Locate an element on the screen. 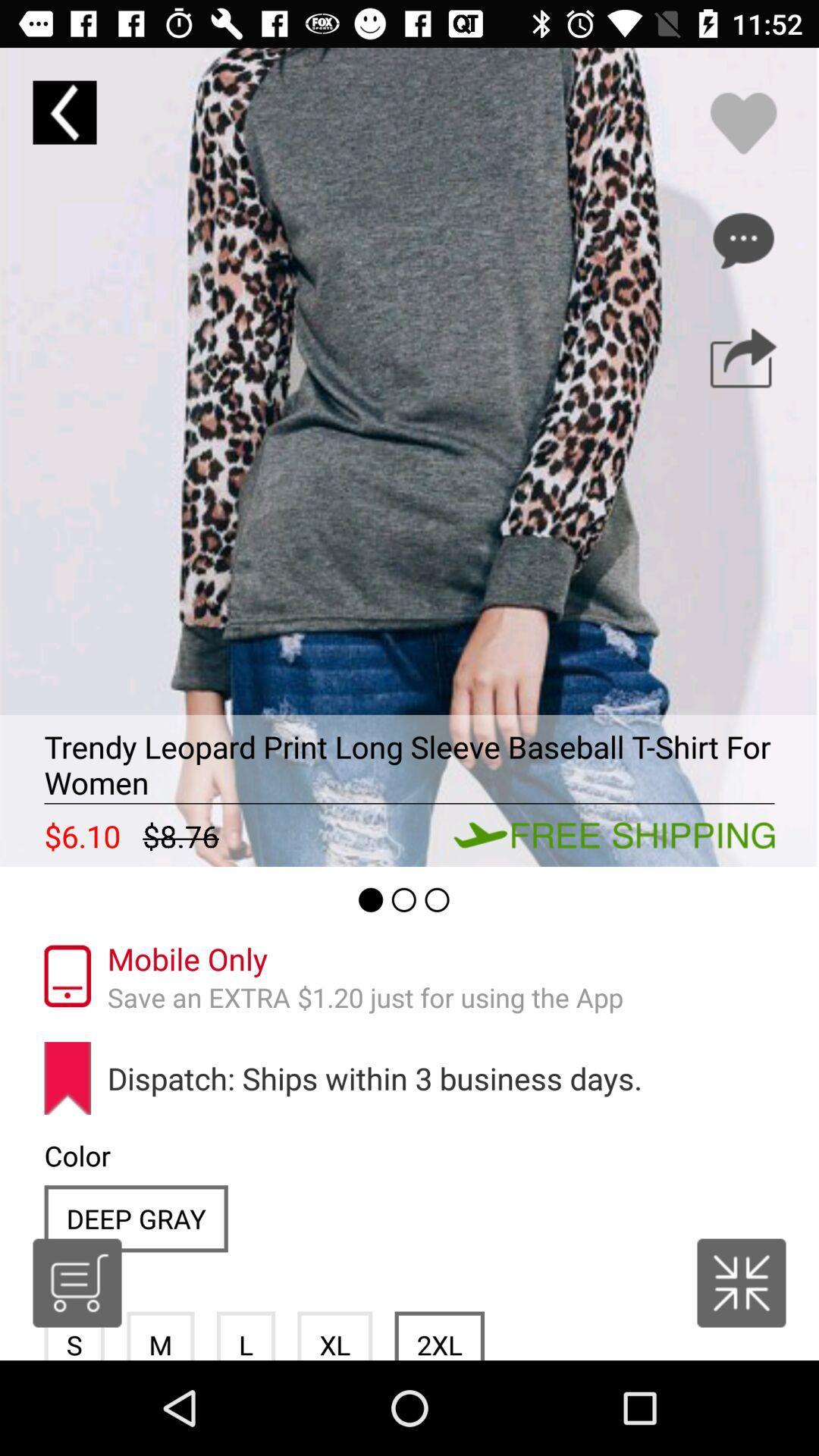  checkout is located at coordinates (77, 1282).